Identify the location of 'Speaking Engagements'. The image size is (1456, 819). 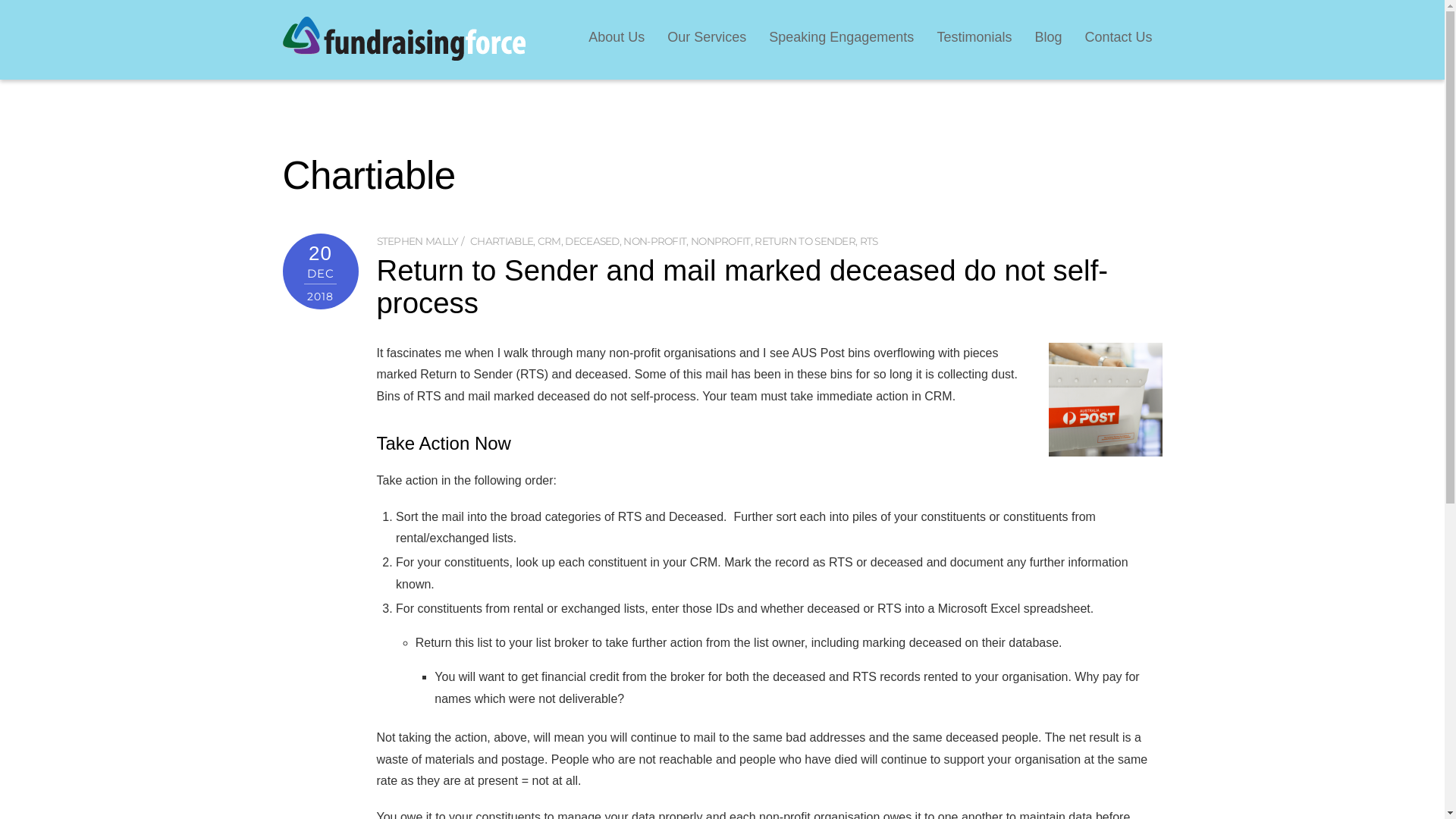
(761, 34).